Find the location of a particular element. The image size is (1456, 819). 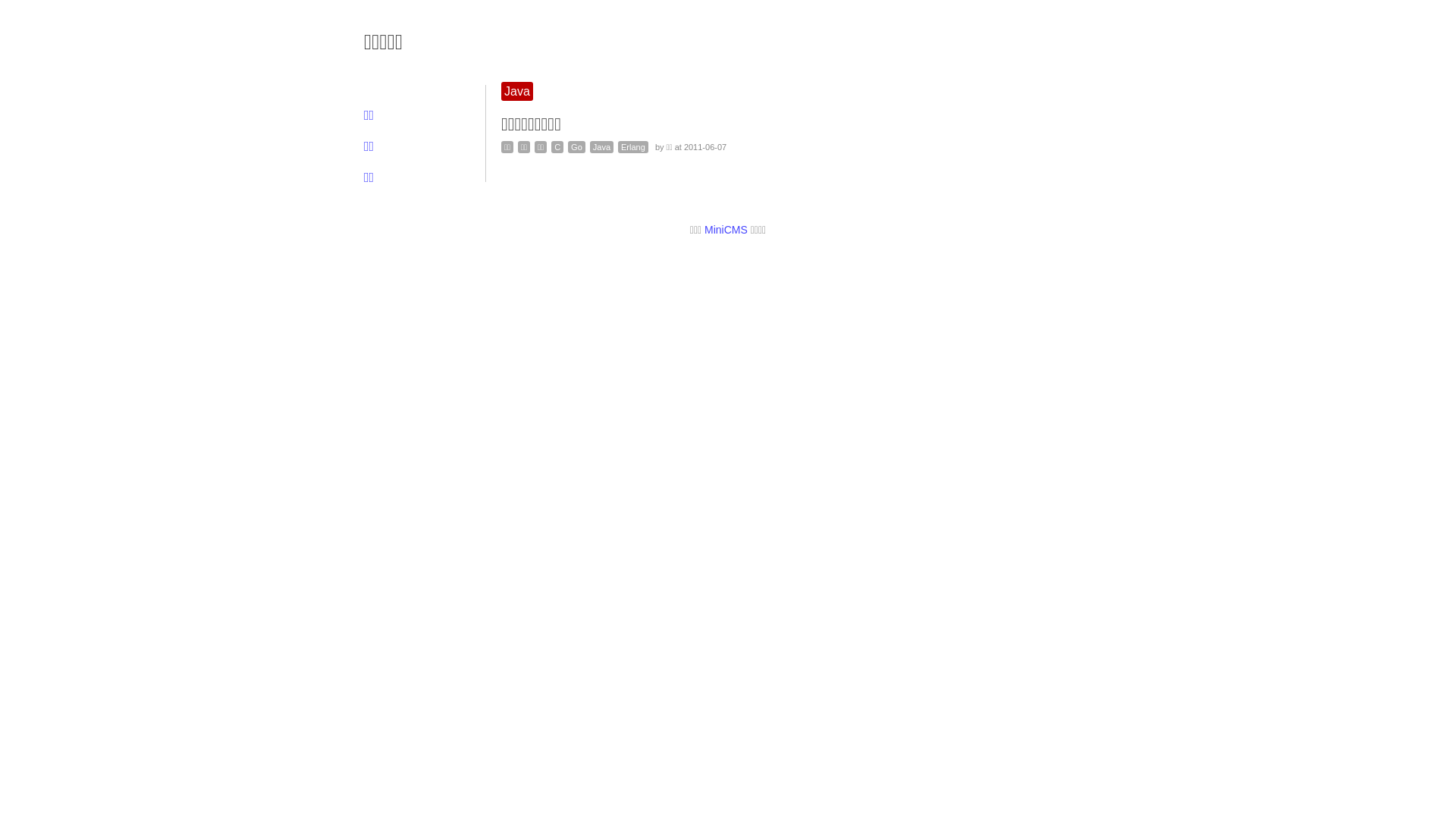

'Java' is located at coordinates (601, 146).